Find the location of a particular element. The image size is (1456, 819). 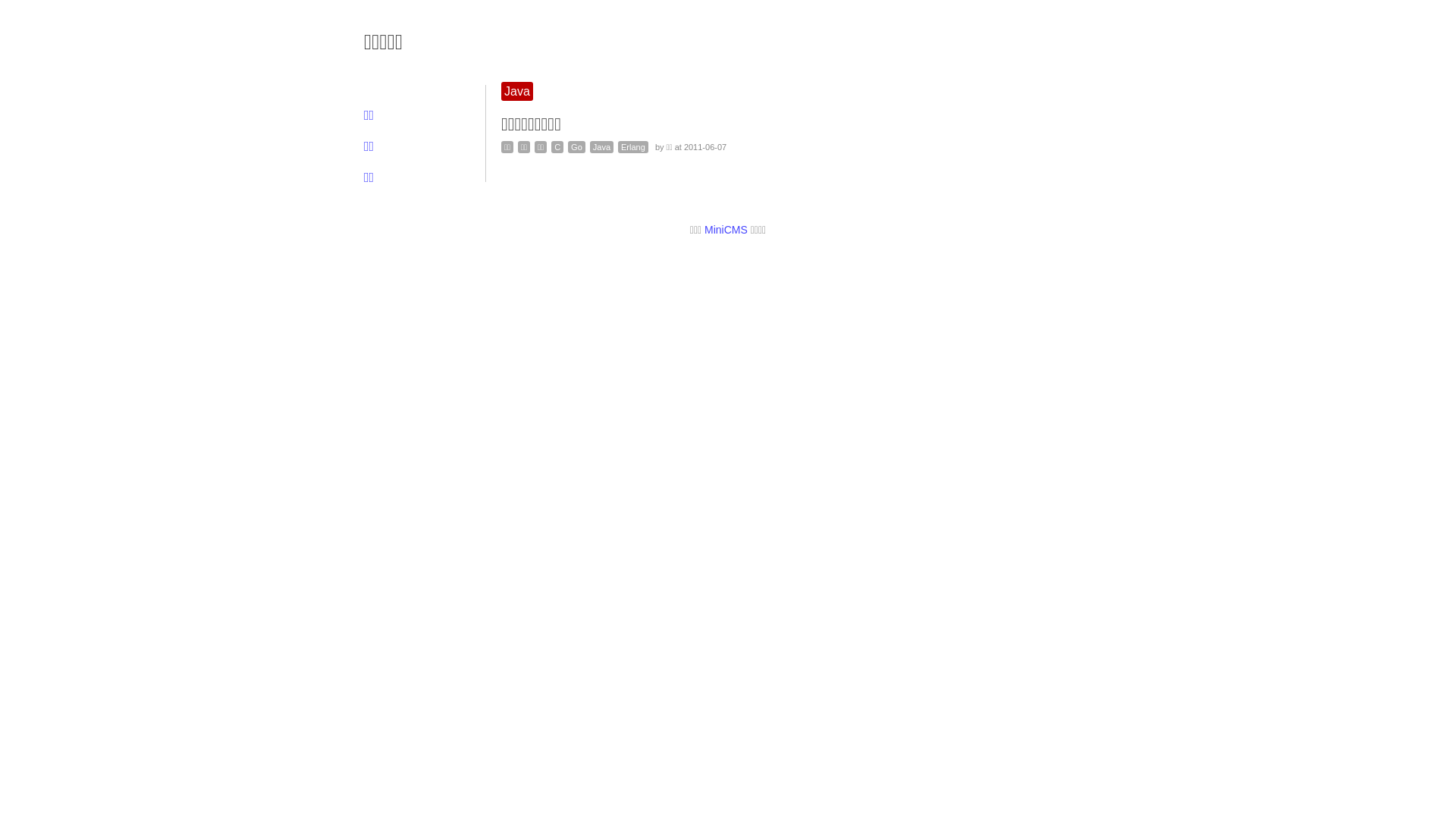

'Java' is located at coordinates (601, 146).